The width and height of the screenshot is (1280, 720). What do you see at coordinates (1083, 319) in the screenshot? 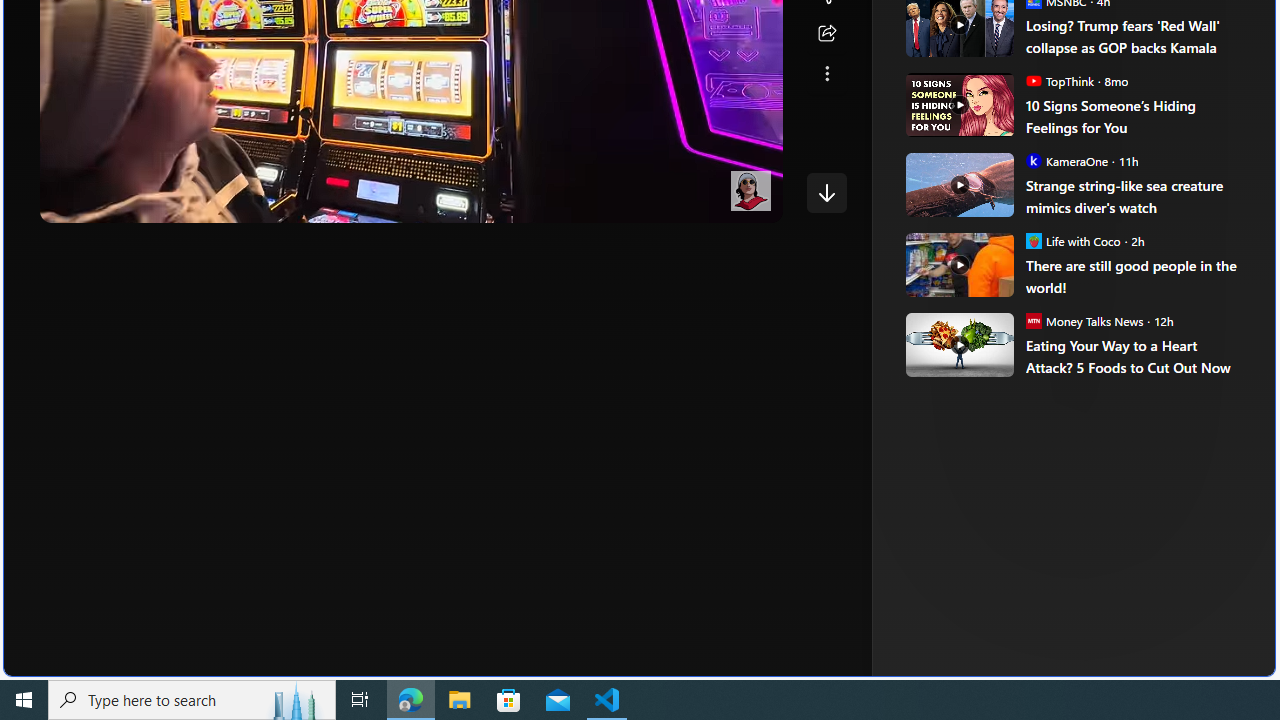
I see `'Money Talks News Money Talks News'` at bounding box center [1083, 319].